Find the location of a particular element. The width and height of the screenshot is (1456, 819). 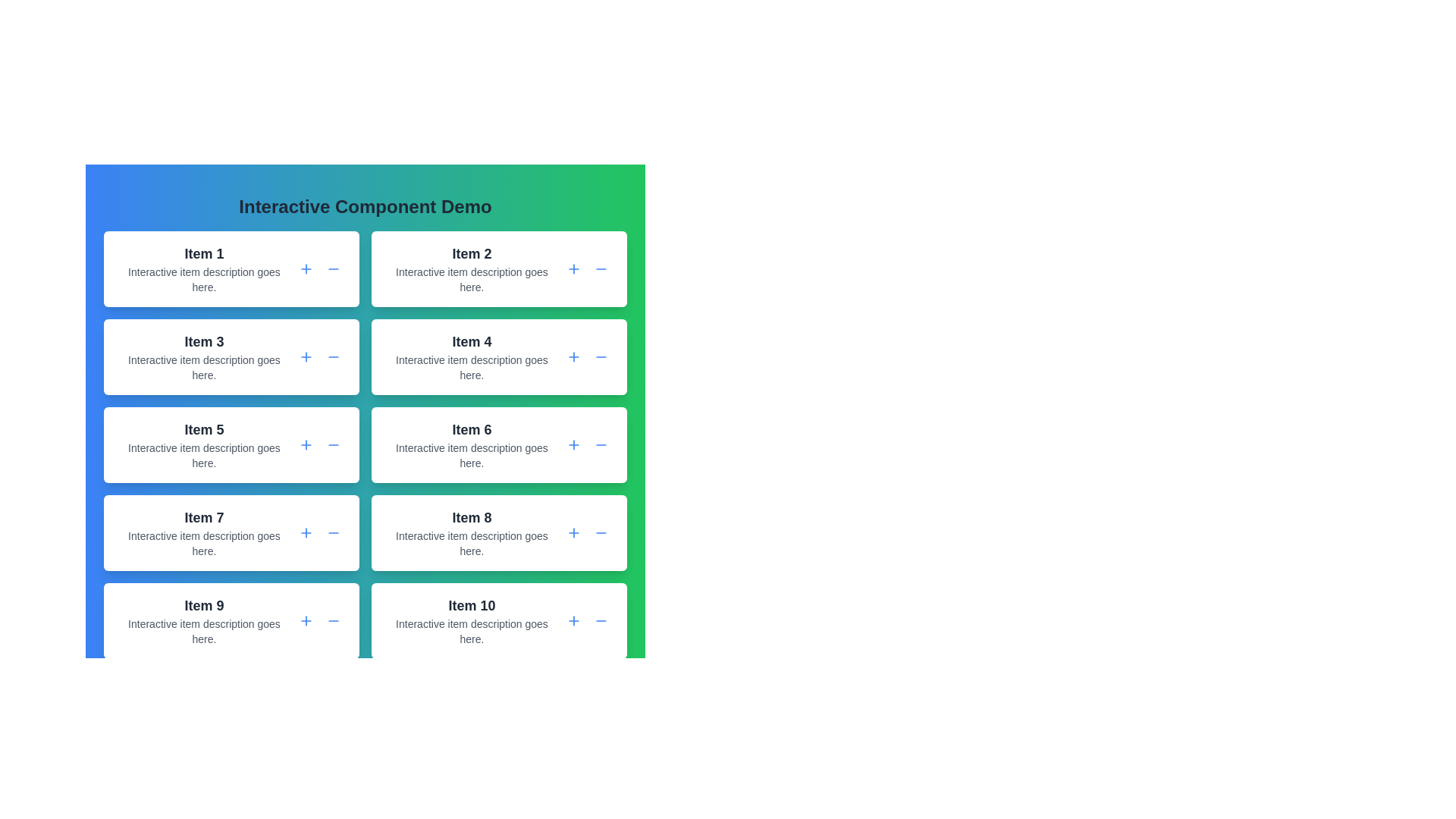

the small blue button resembling a horizontal line located in the card labeled 'Item 5' is located at coordinates (333, 444).